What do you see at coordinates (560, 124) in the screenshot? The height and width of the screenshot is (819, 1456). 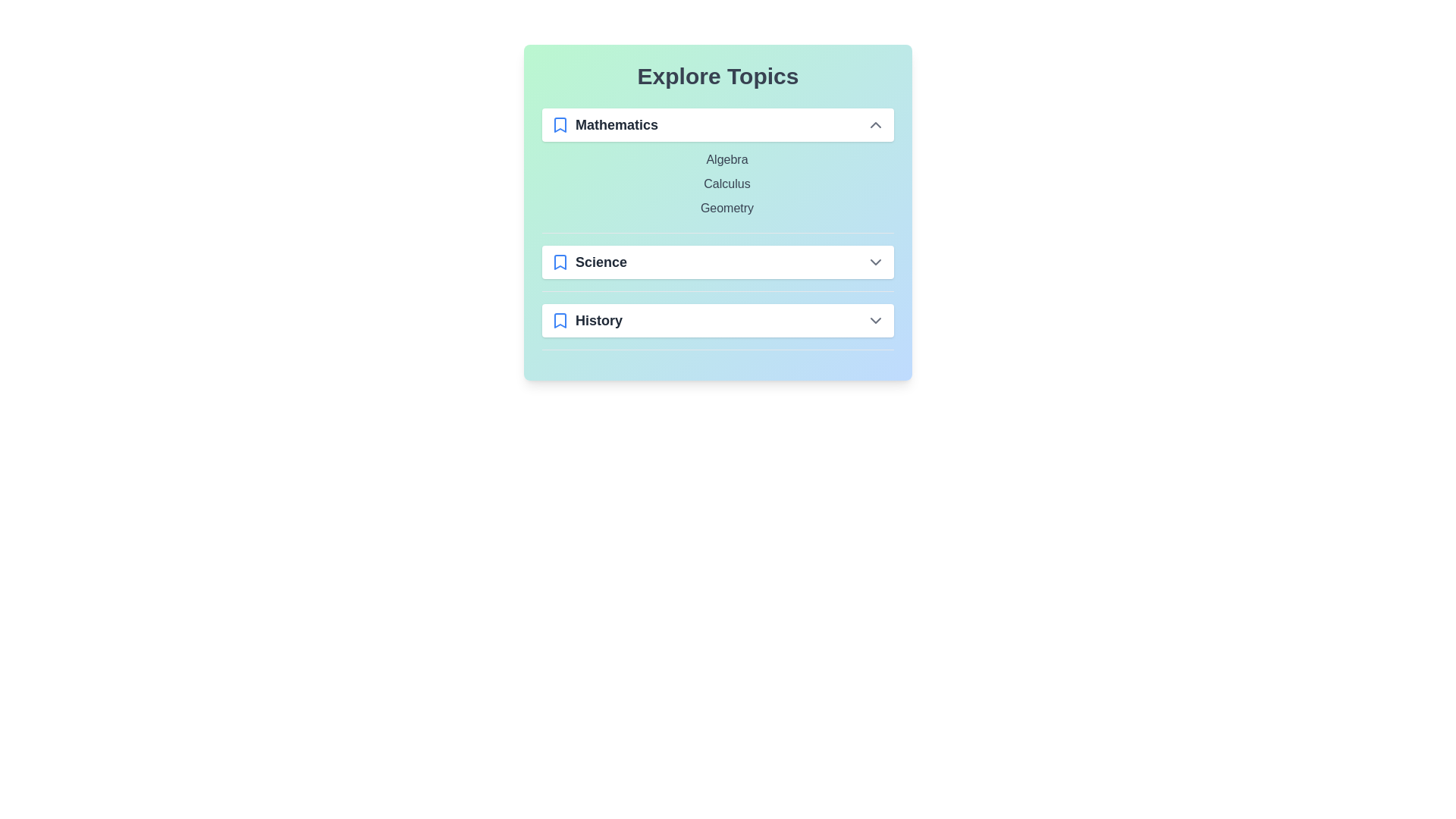 I see `the bookmark icon for the Mathematics category` at bounding box center [560, 124].